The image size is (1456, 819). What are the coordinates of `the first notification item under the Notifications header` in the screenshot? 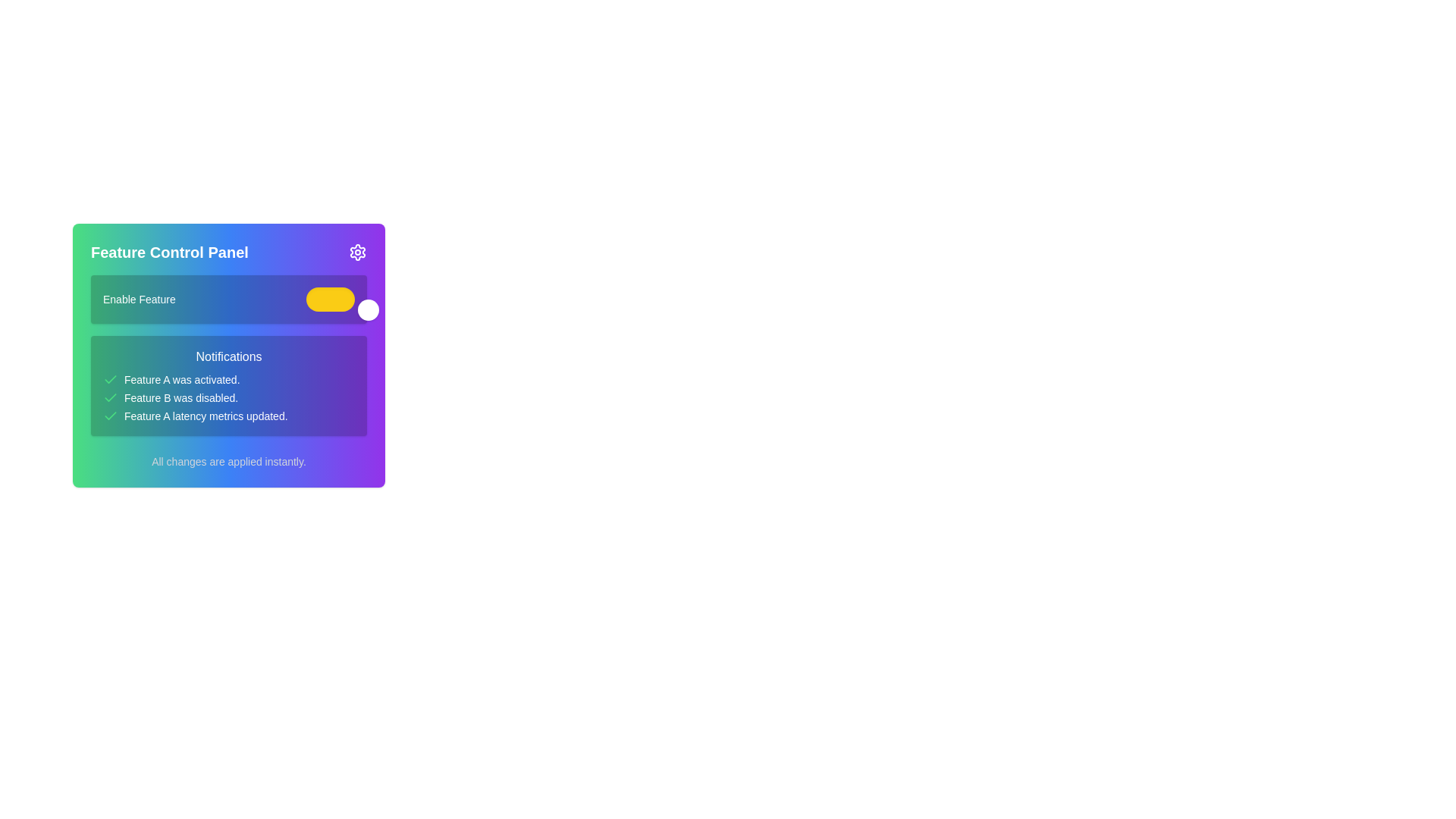 It's located at (228, 379).